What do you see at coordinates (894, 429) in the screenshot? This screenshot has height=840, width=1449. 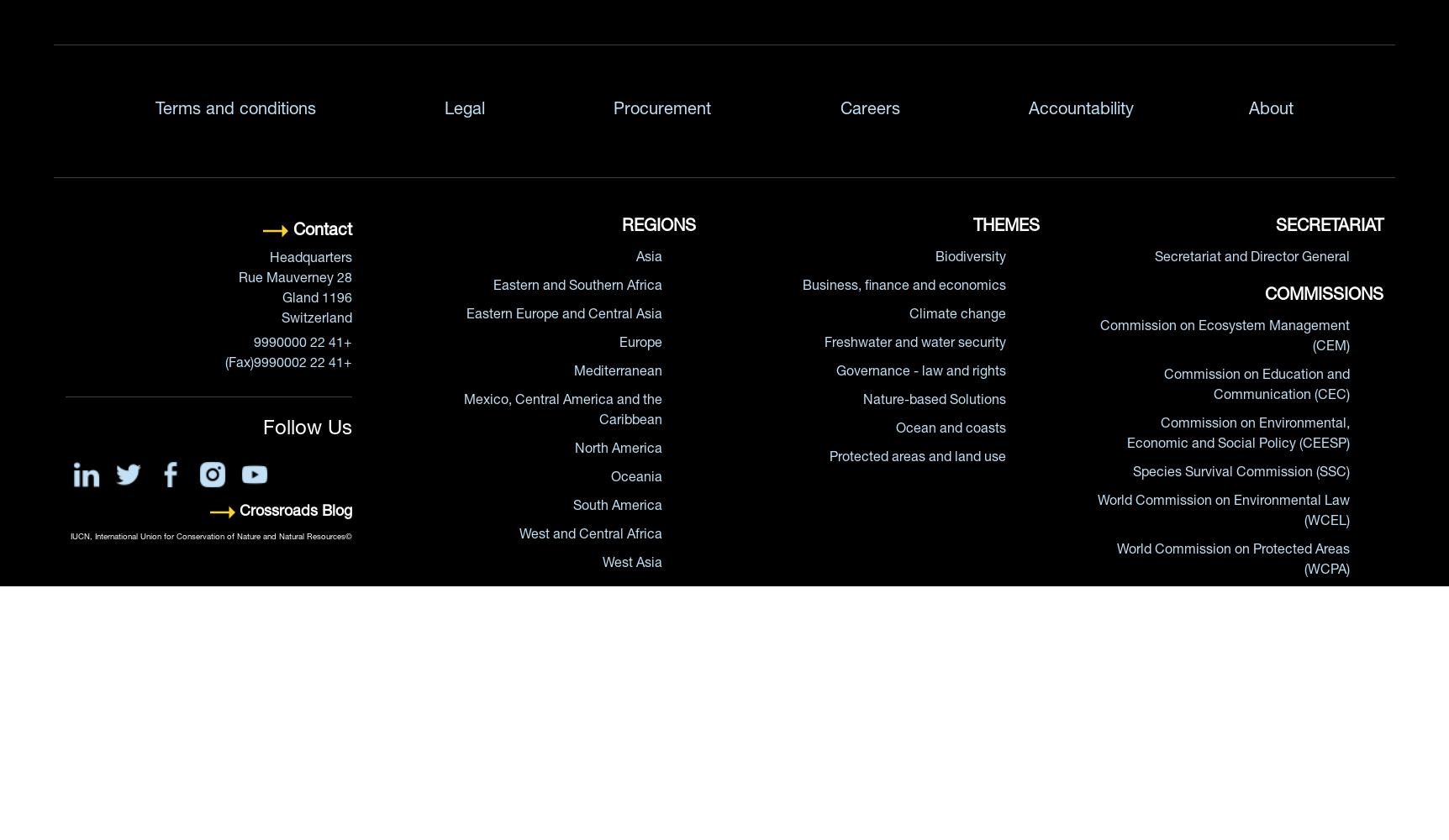 I see `'Ocean and coasts'` at bounding box center [894, 429].